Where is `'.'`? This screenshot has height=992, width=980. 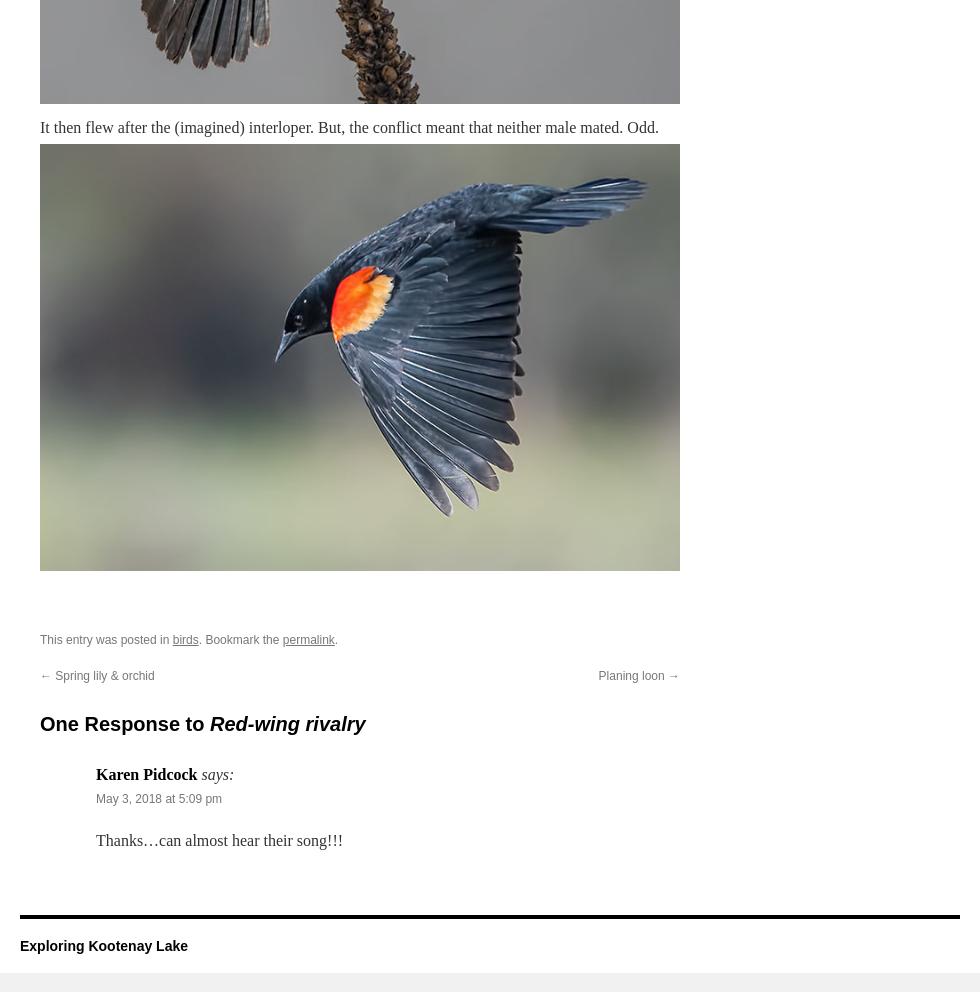 '.' is located at coordinates (336, 639).